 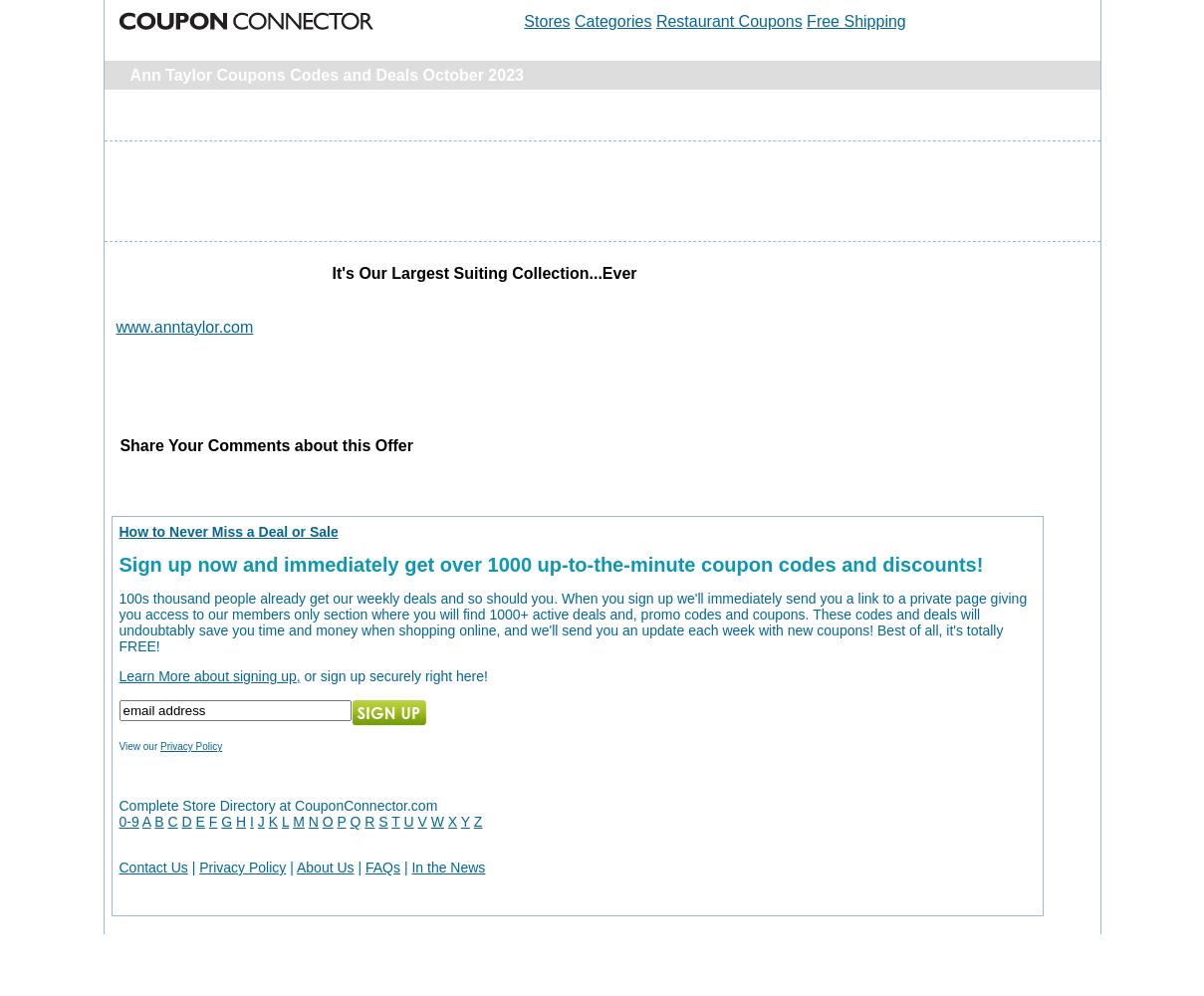 I want to click on 'W', so click(x=436, y=821).